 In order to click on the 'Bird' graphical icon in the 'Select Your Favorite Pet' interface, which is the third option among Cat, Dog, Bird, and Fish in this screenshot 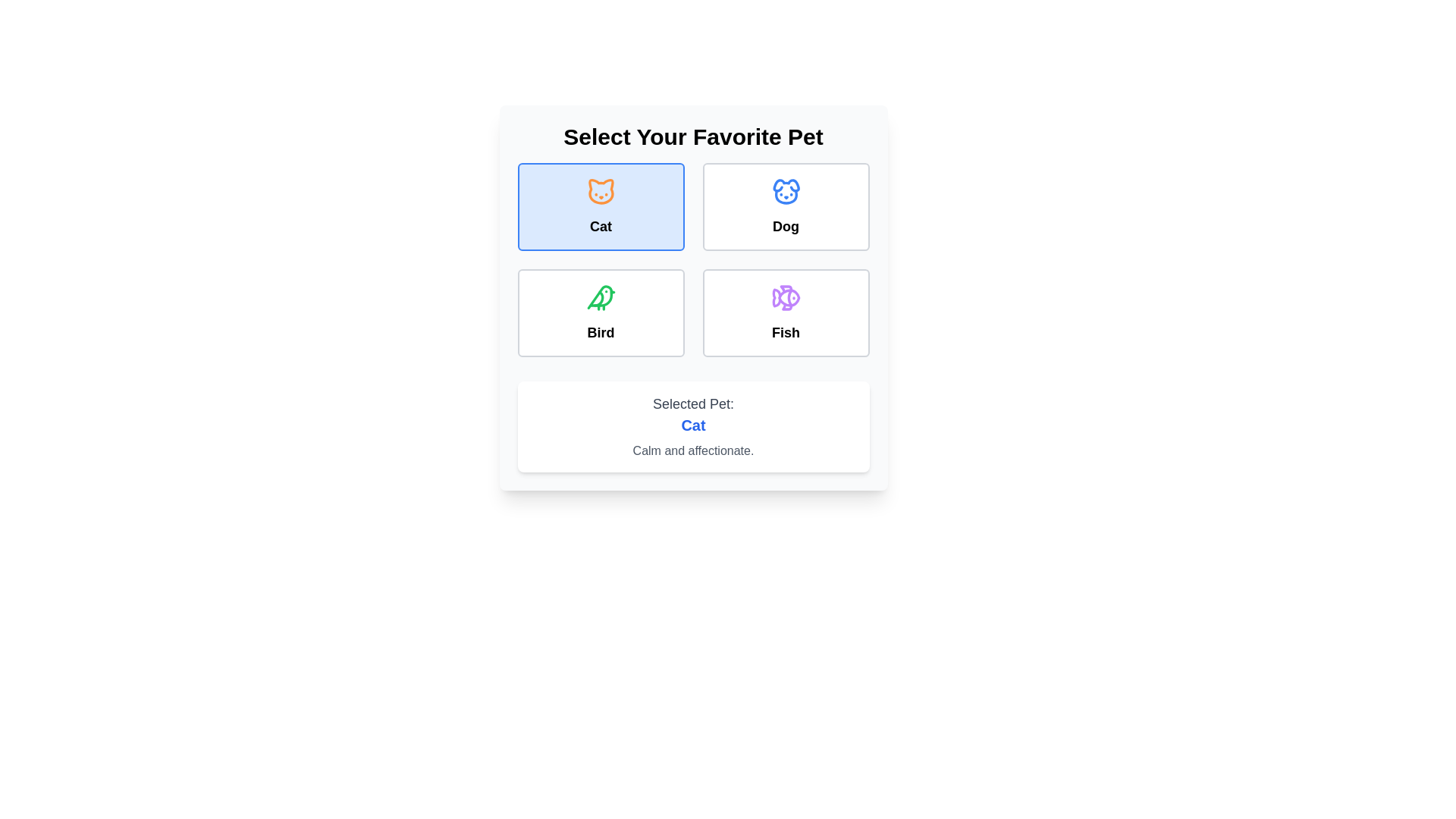, I will do `click(598, 297)`.